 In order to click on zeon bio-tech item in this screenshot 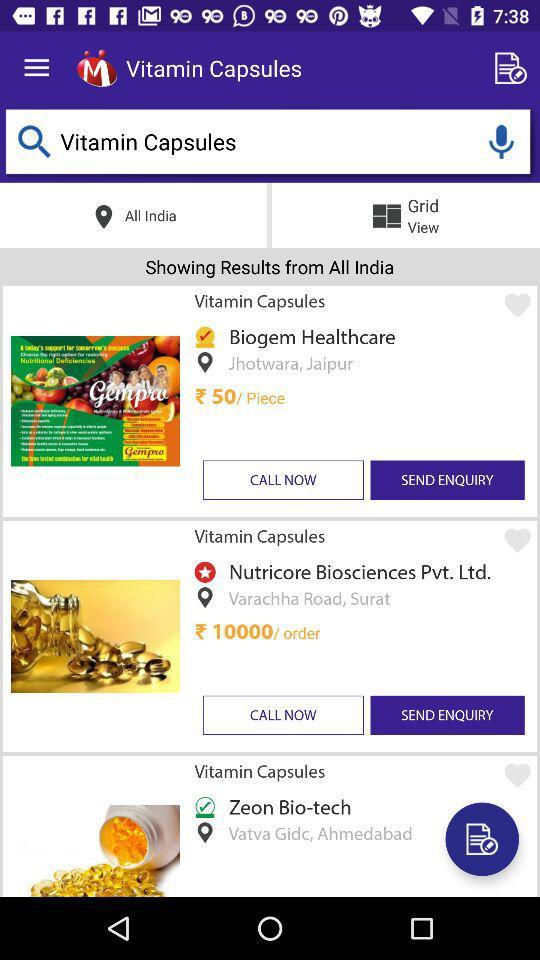, I will do `click(286, 806)`.